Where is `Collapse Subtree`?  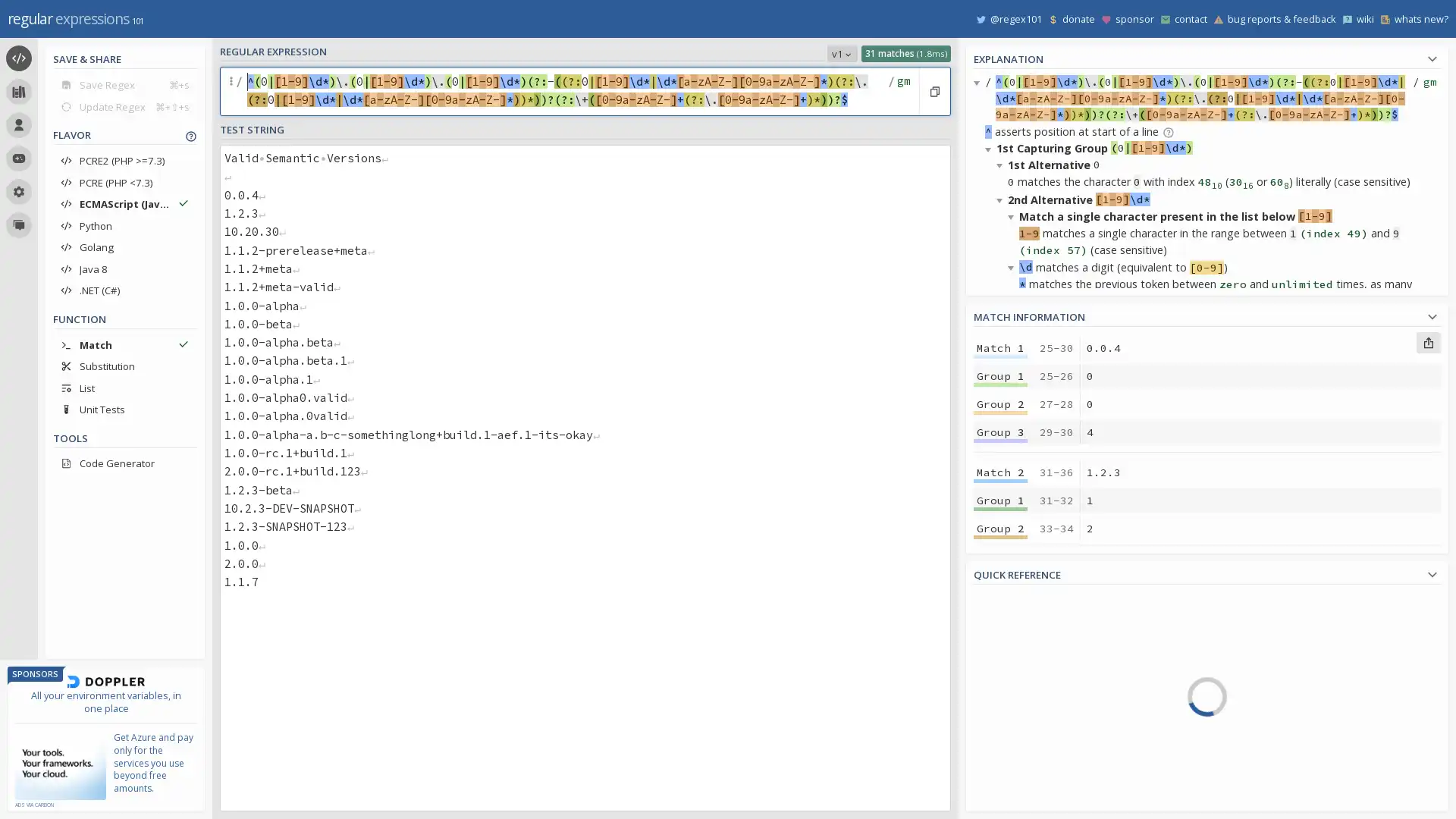 Collapse Subtree is located at coordinates (1013, 455).